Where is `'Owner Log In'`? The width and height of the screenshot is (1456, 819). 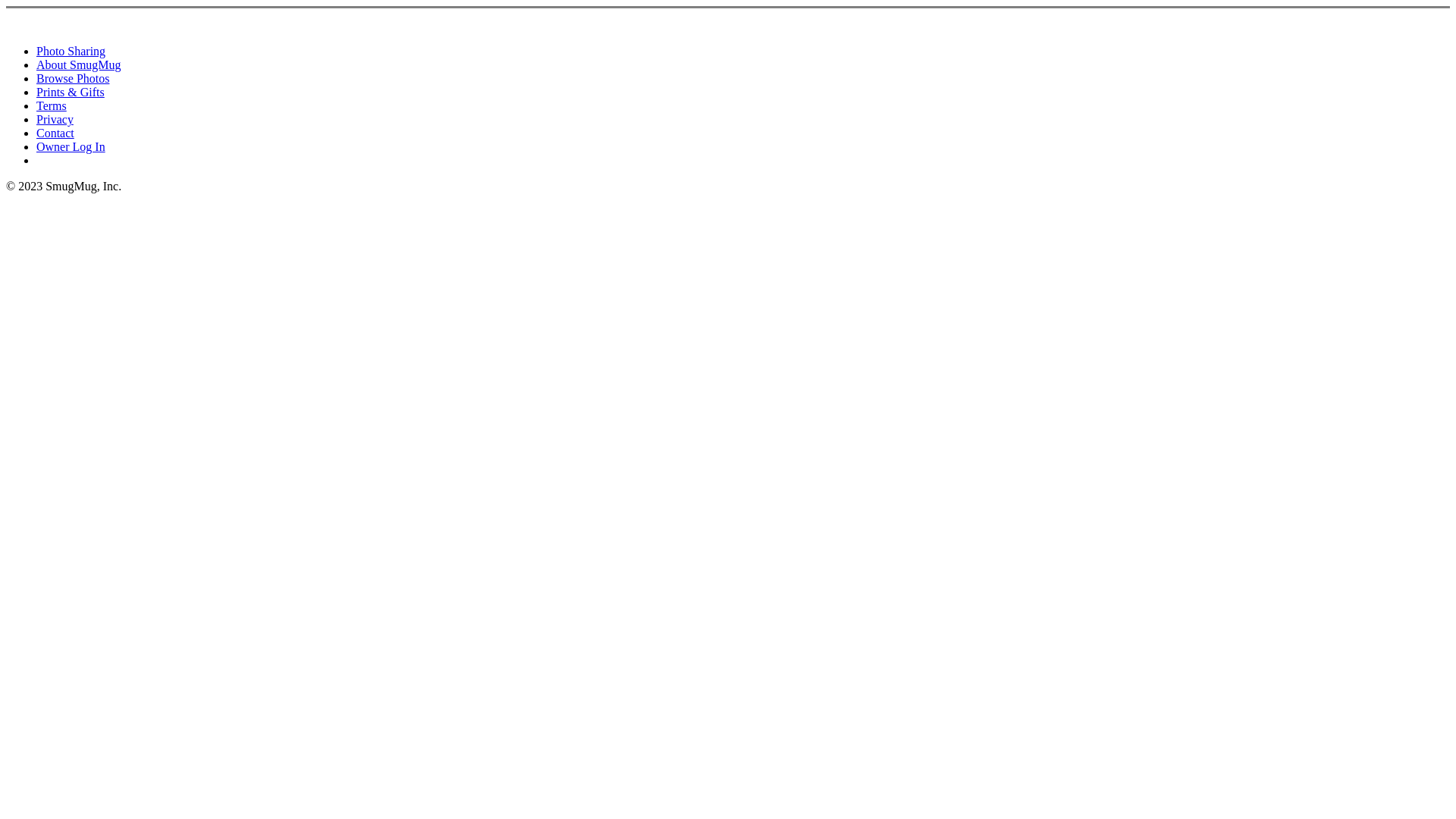
'Owner Log In' is located at coordinates (70, 146).